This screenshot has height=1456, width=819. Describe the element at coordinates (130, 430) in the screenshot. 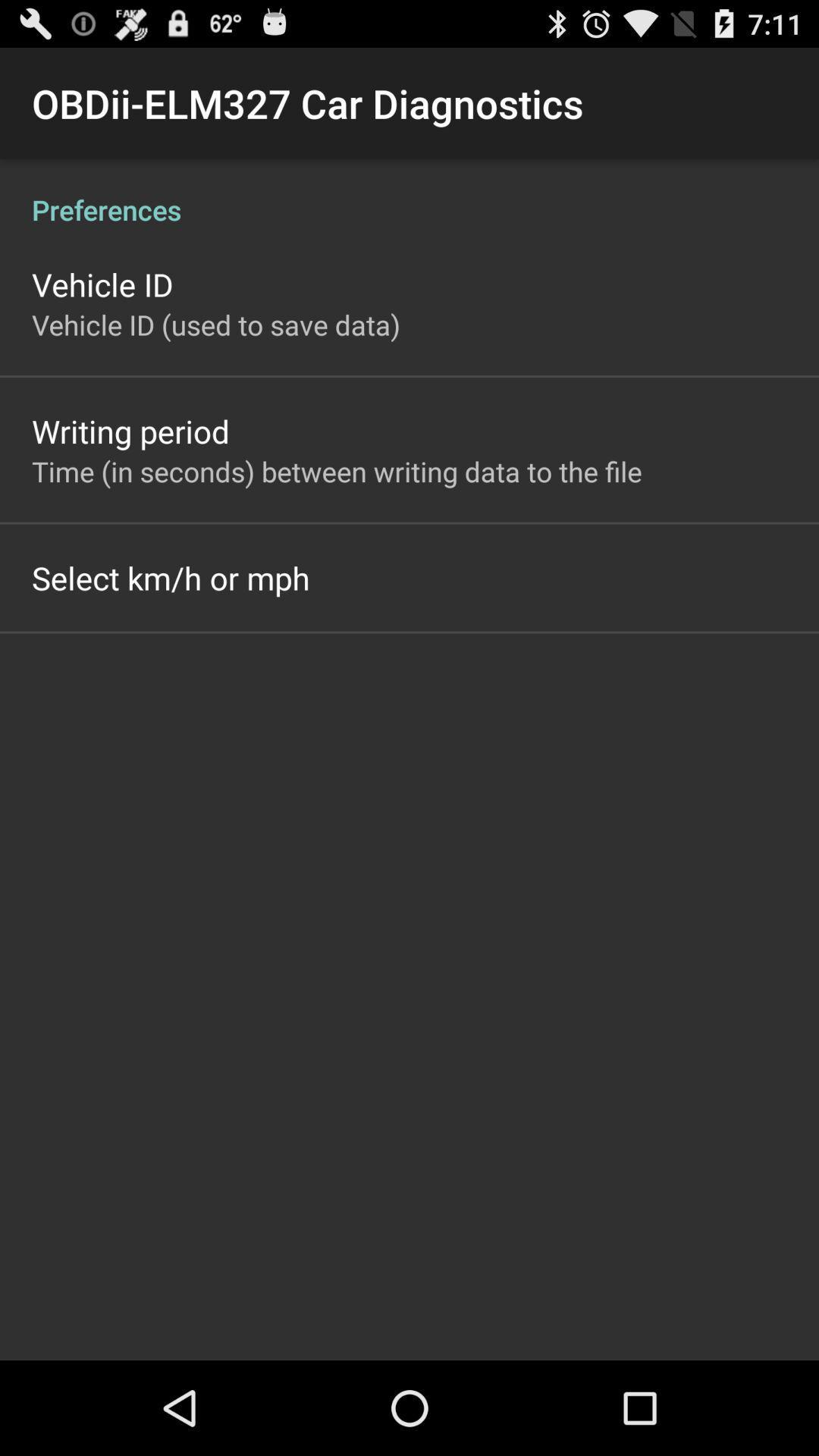

I see `icon below the vehicle id used app` at that location.